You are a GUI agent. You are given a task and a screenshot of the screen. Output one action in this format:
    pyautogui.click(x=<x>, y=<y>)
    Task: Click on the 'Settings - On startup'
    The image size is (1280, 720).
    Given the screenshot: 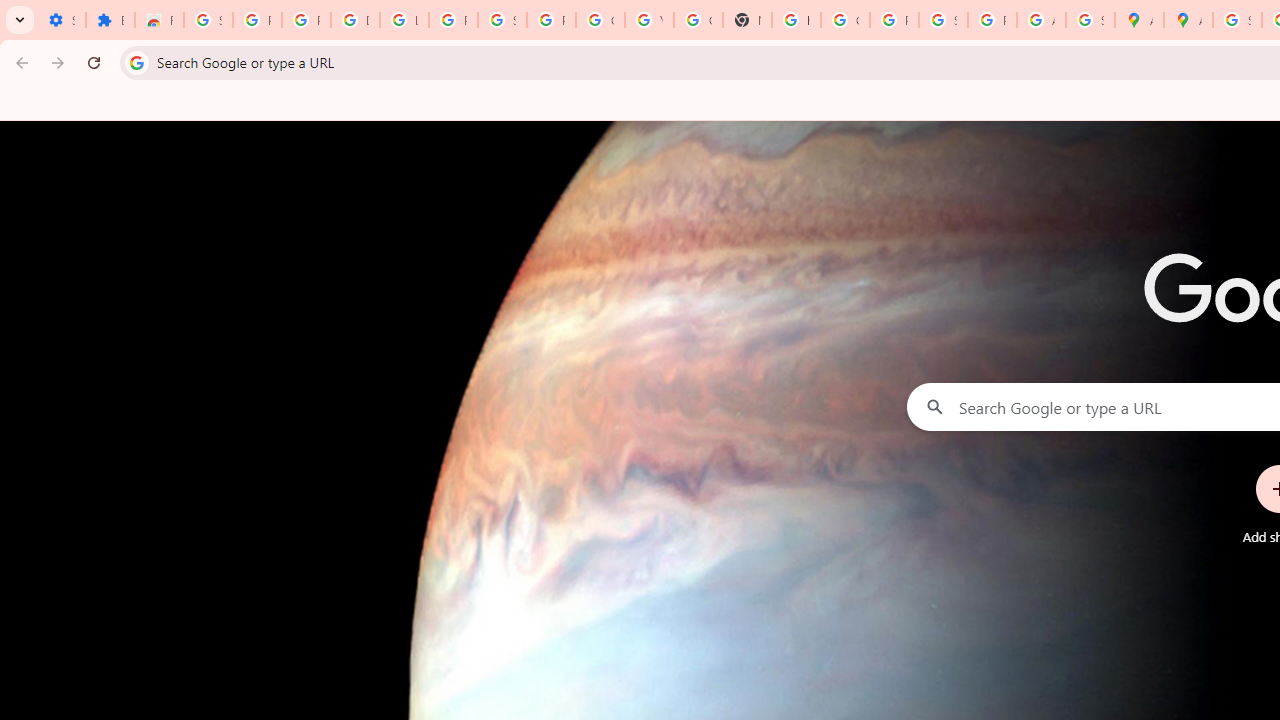 What is the action you would take?
    pyautogui.click(x=61, y=20)
    